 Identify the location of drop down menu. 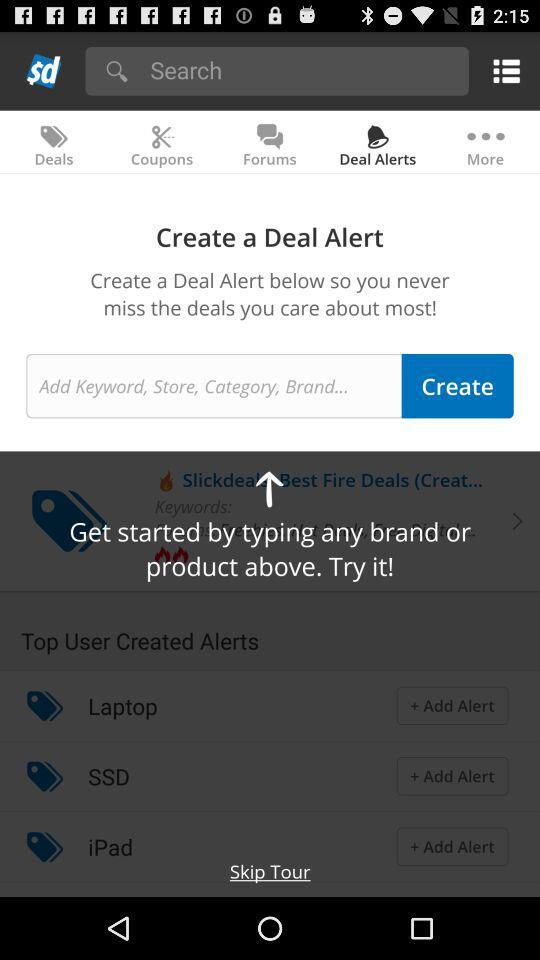
(44, 70).